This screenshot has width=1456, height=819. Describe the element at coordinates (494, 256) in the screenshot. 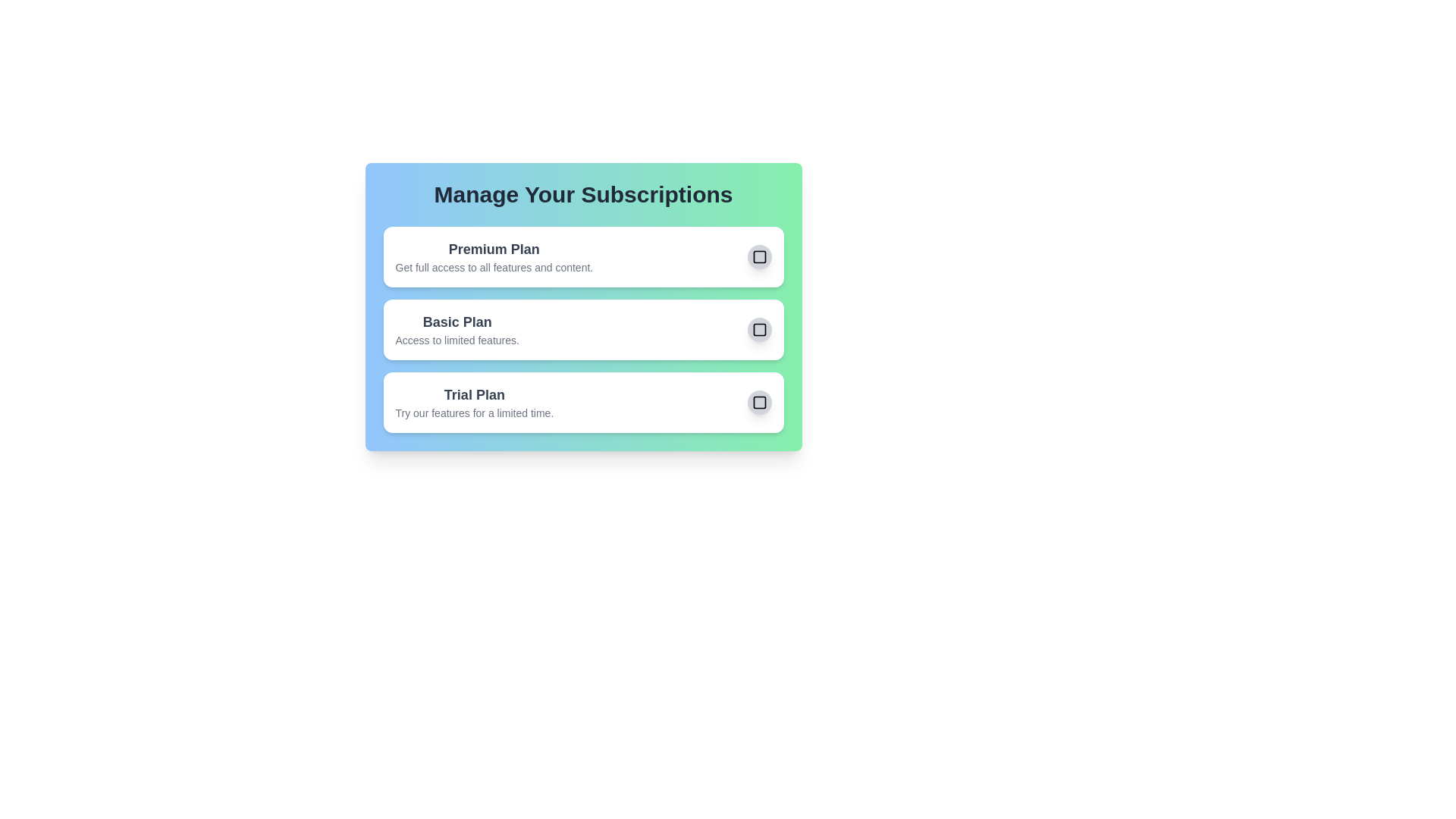

I see `the 'Premium Plan' text block, which is the first entry in the vertical list of subscription plans, displayed on a card-like structure with a white background and rounded corners` at that location.